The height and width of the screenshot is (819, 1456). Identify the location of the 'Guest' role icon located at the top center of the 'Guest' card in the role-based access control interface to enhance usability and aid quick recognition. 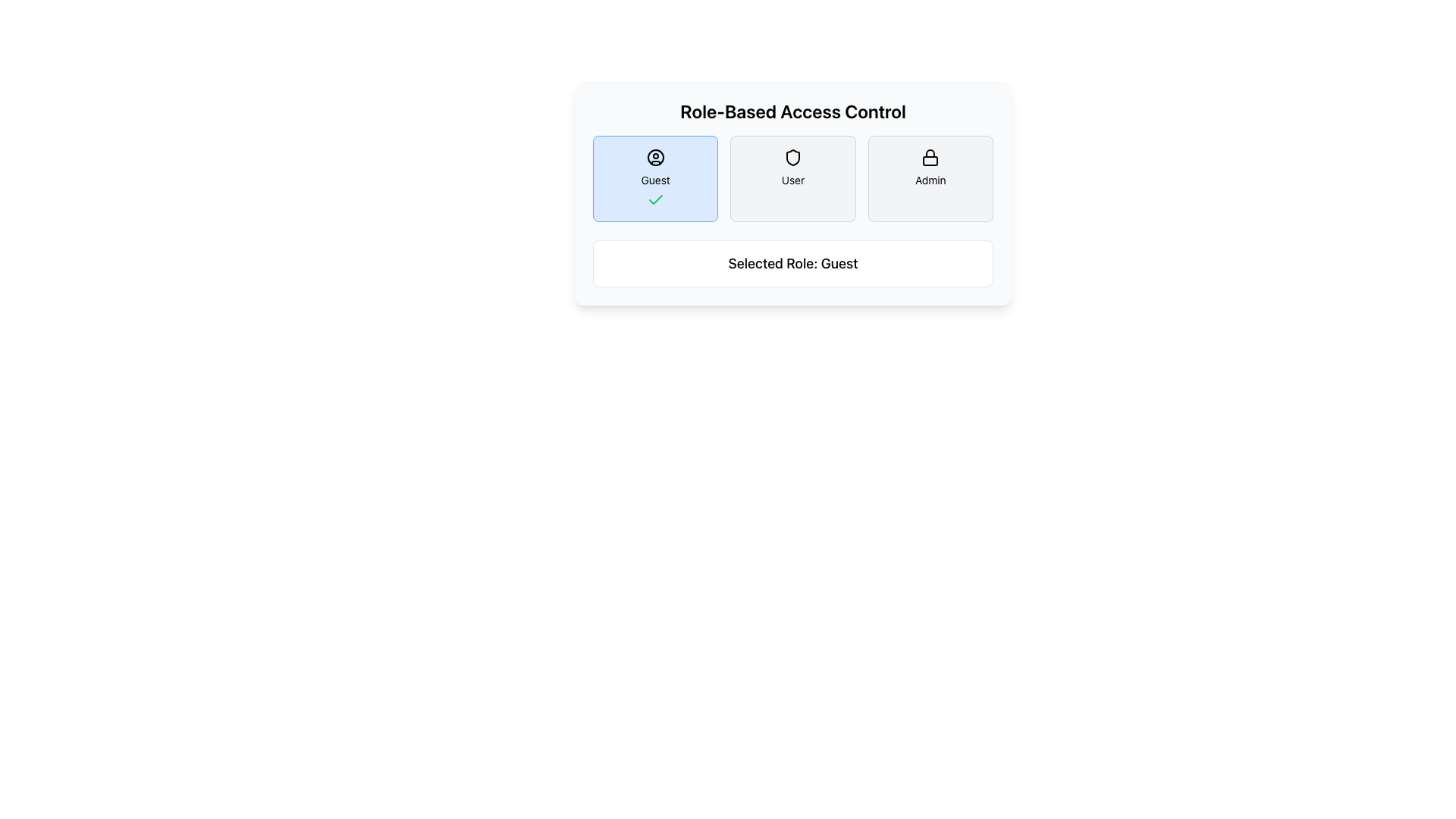
(655, 158).